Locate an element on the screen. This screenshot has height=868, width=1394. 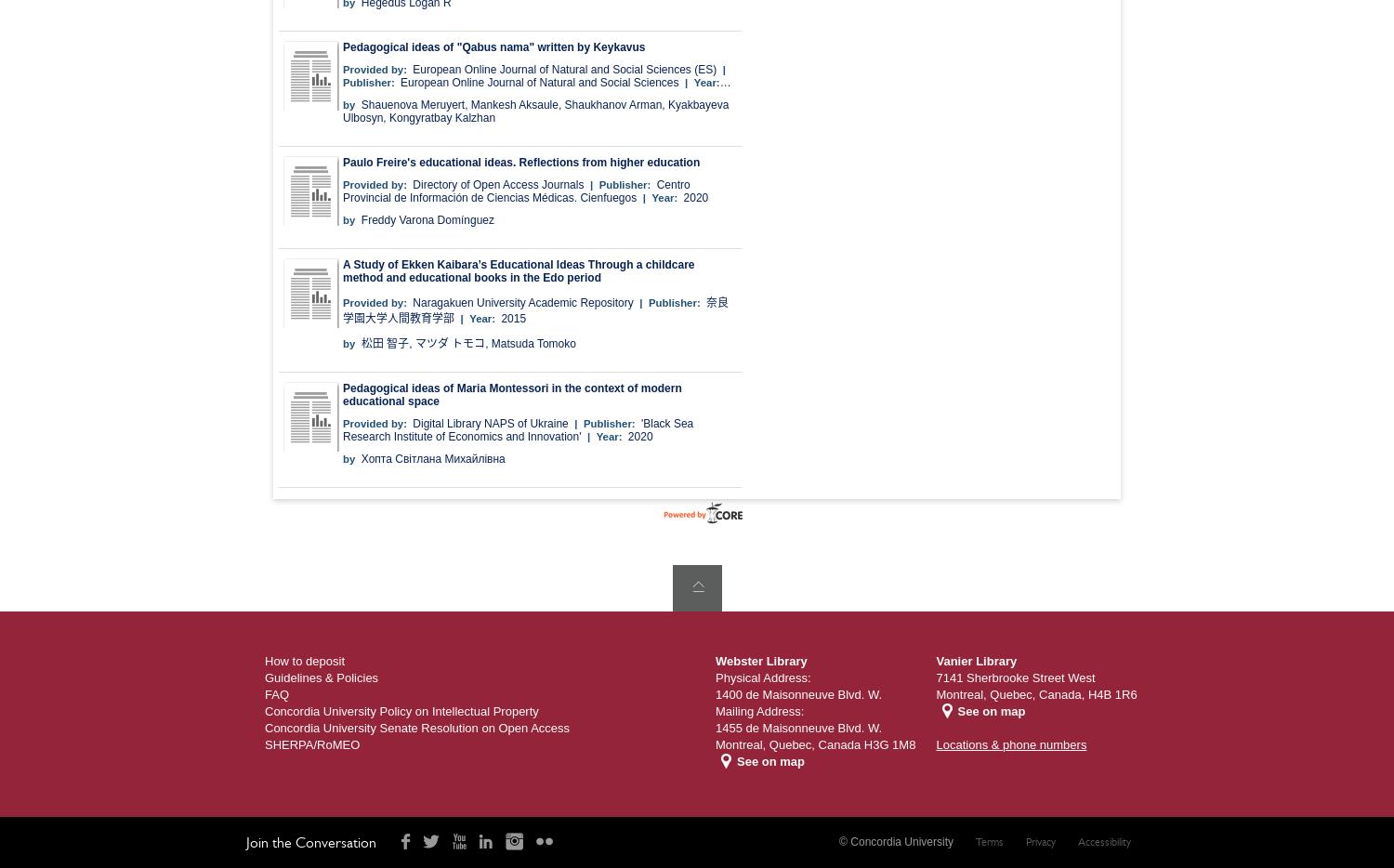
''Black Sea Research Institute of Economics and Innovation'' is located at coordinates (518, 429).